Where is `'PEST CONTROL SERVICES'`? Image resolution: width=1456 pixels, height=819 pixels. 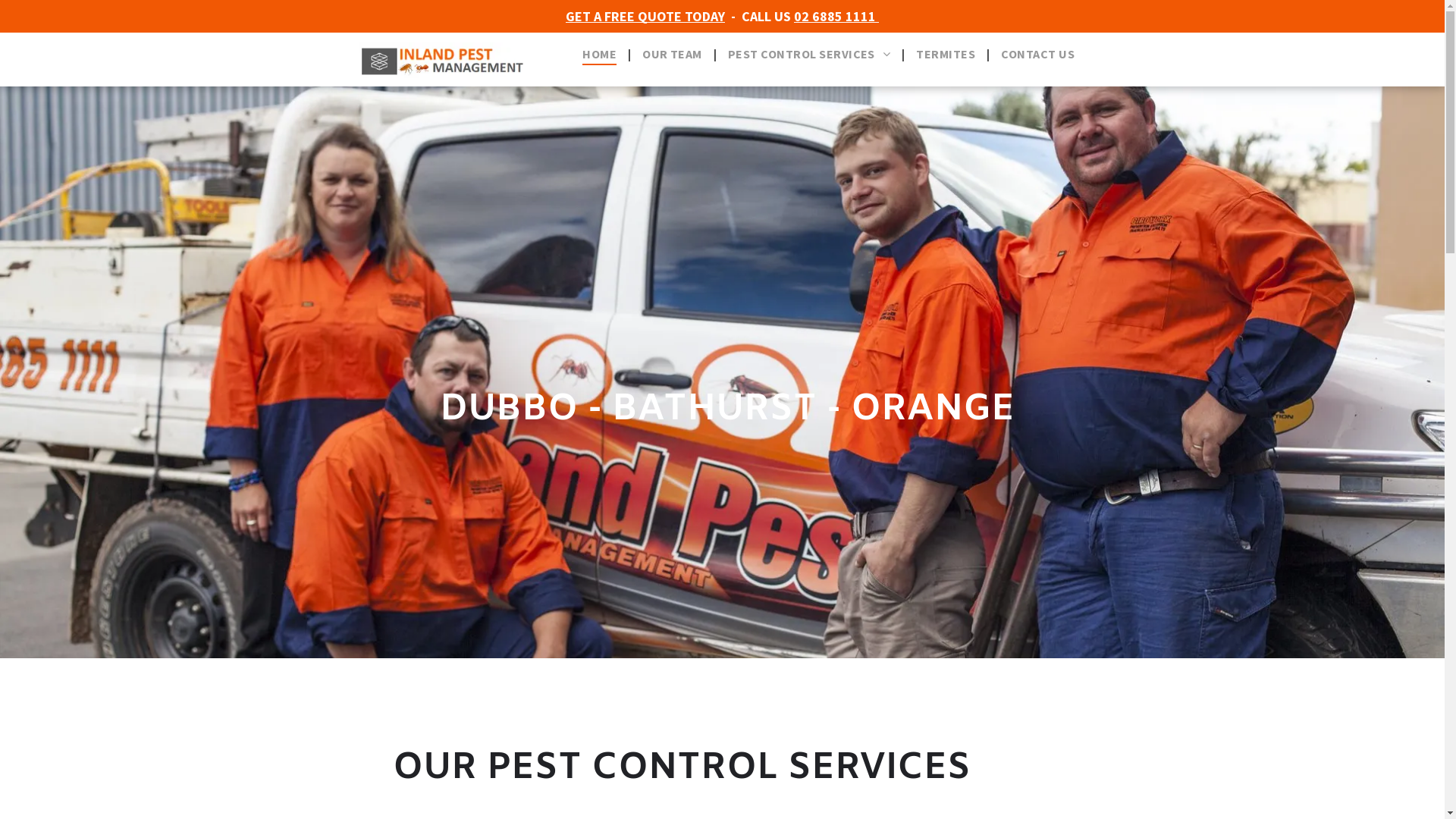 'PEST CONTROL SERVICES' is located at coordinates (808, 52).